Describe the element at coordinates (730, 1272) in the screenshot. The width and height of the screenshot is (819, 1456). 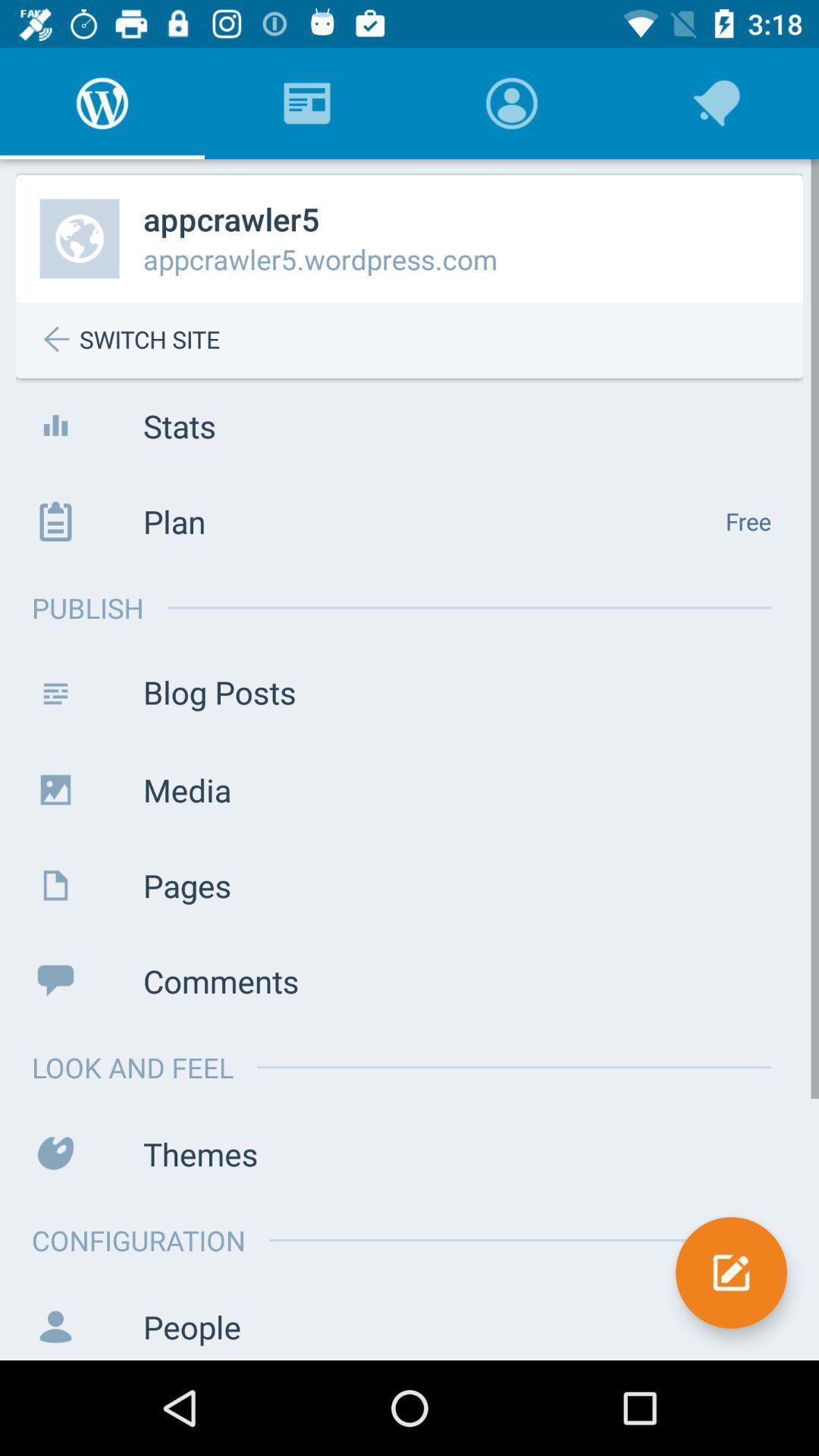
I see `the edit icon` at that location.